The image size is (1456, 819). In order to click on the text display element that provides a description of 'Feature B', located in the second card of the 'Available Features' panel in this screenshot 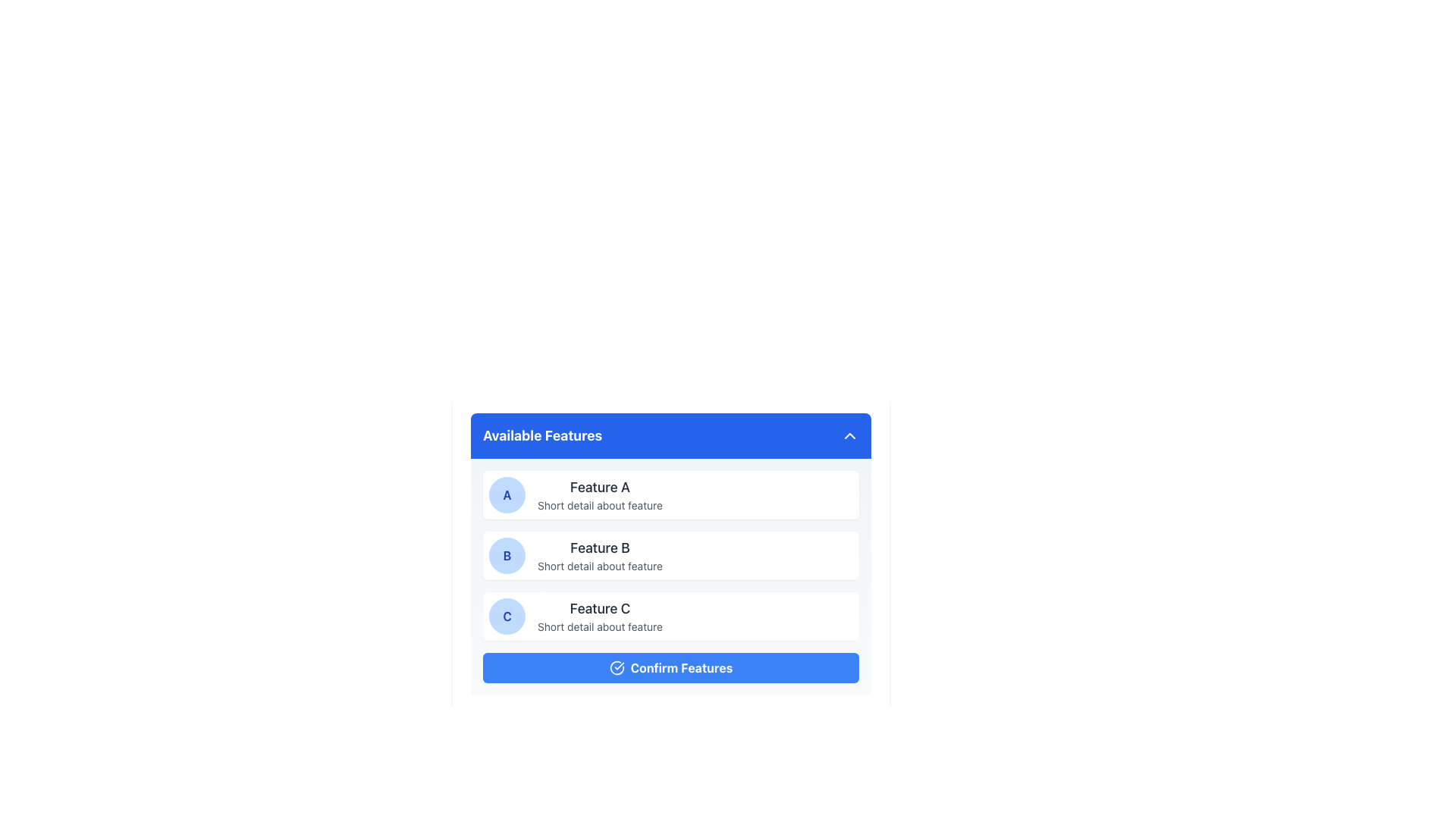, I will do `click(599, 555)`.